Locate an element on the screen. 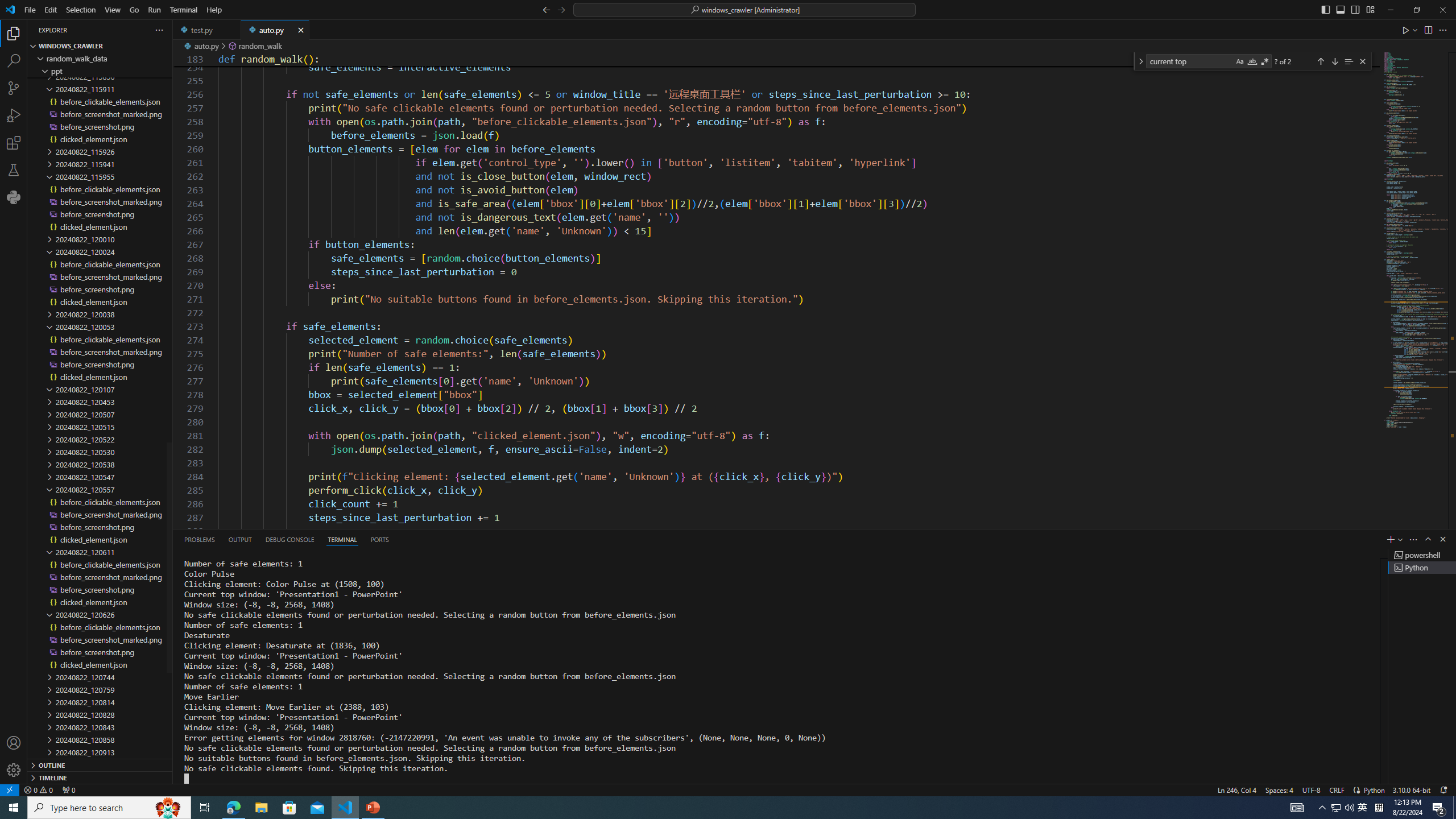  'Close (Ctrl+F4)' is located at coordinates (301, 29).